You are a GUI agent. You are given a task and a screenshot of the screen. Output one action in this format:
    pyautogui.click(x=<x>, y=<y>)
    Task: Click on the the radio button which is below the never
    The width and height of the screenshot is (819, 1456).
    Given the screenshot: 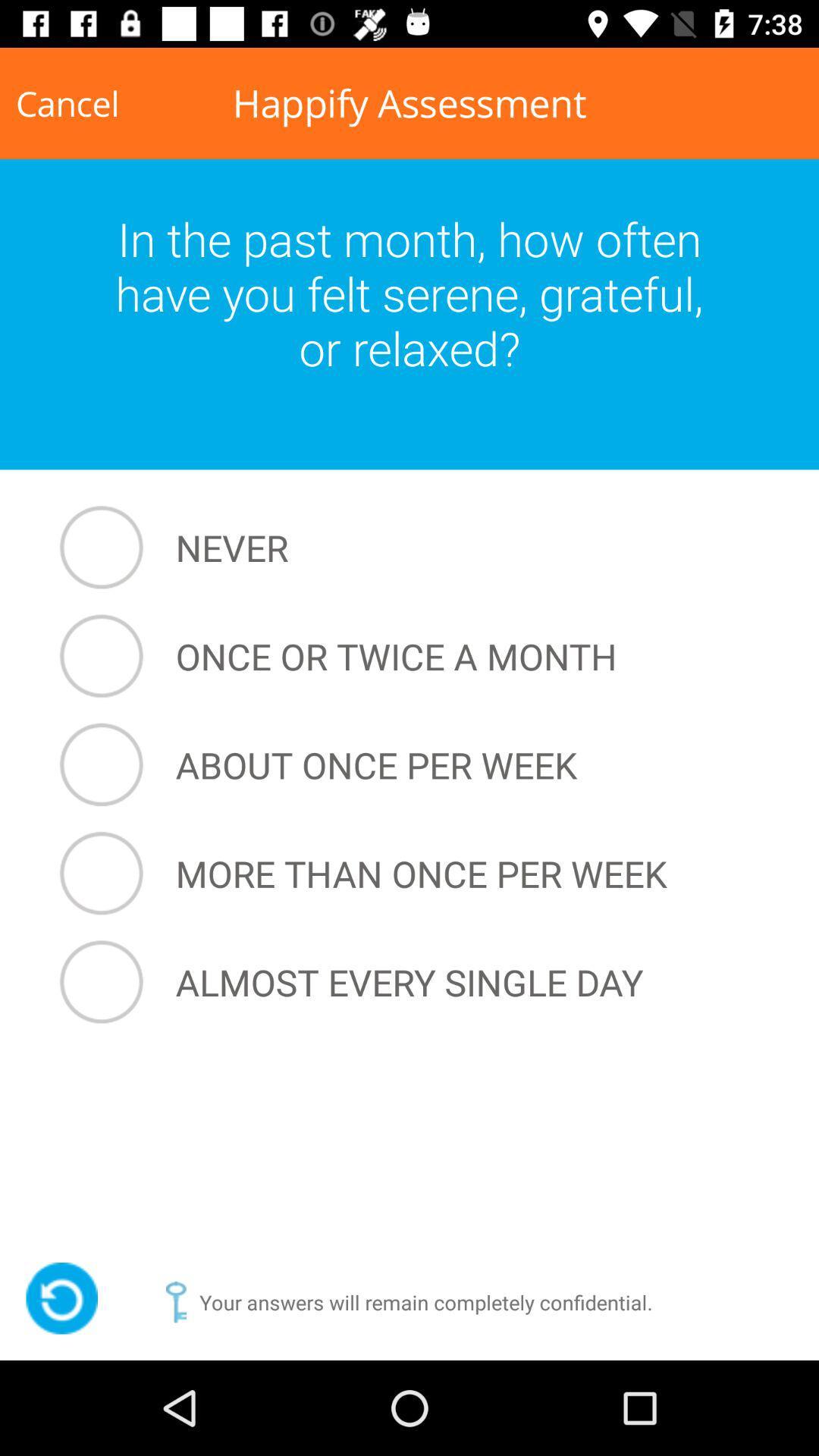 What is the action you would take?
    pyautogui.click(x=413, y=656)
    